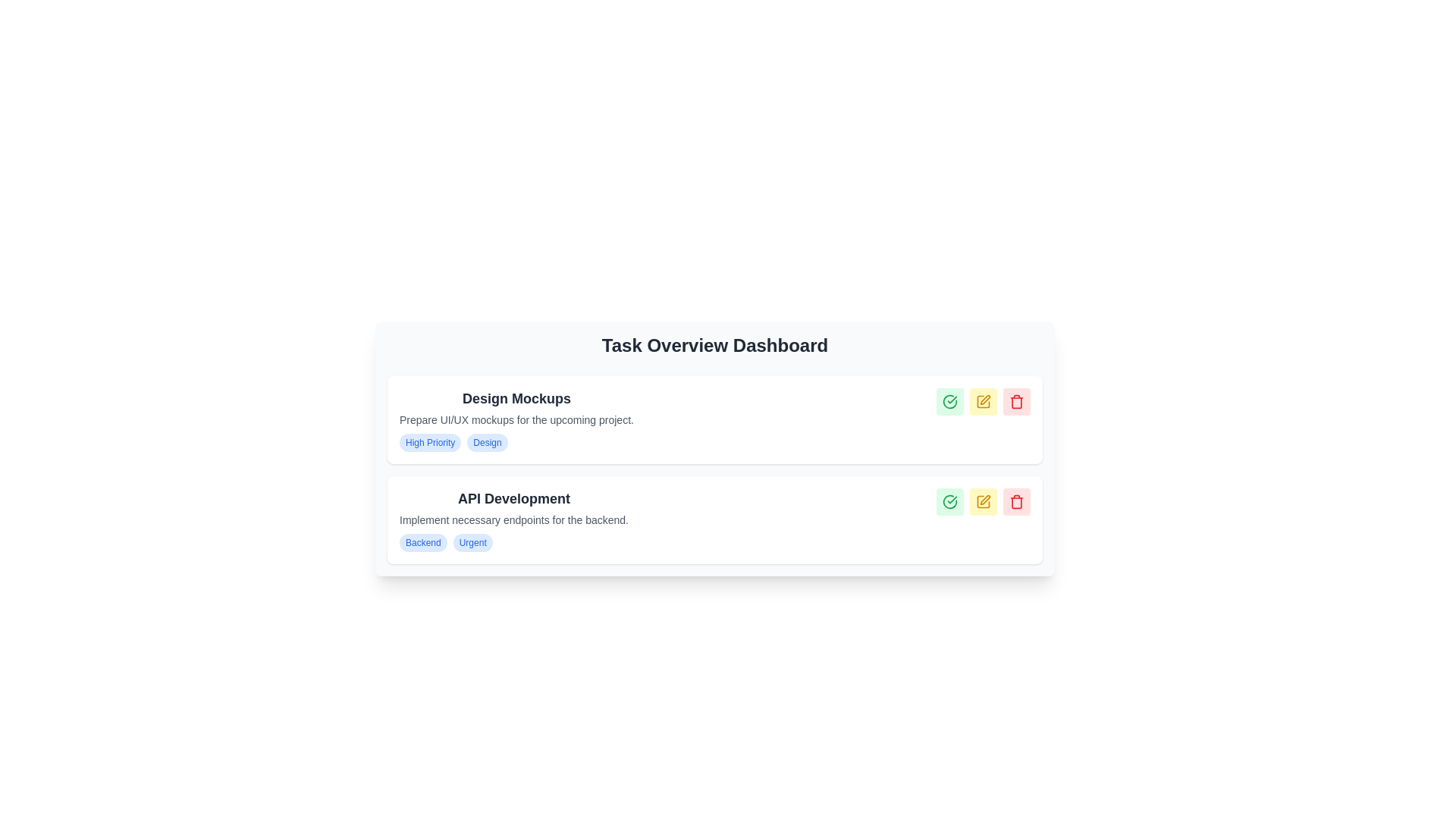 This screenshot has height=819, width=1456. Describe the element at coordinates (983, 502) in the screenshot. I see `the button with a yellow background and a pen icon for keyboard interaction, located in the middle of the action buttons to the right of the 'API Development' section` at that location.